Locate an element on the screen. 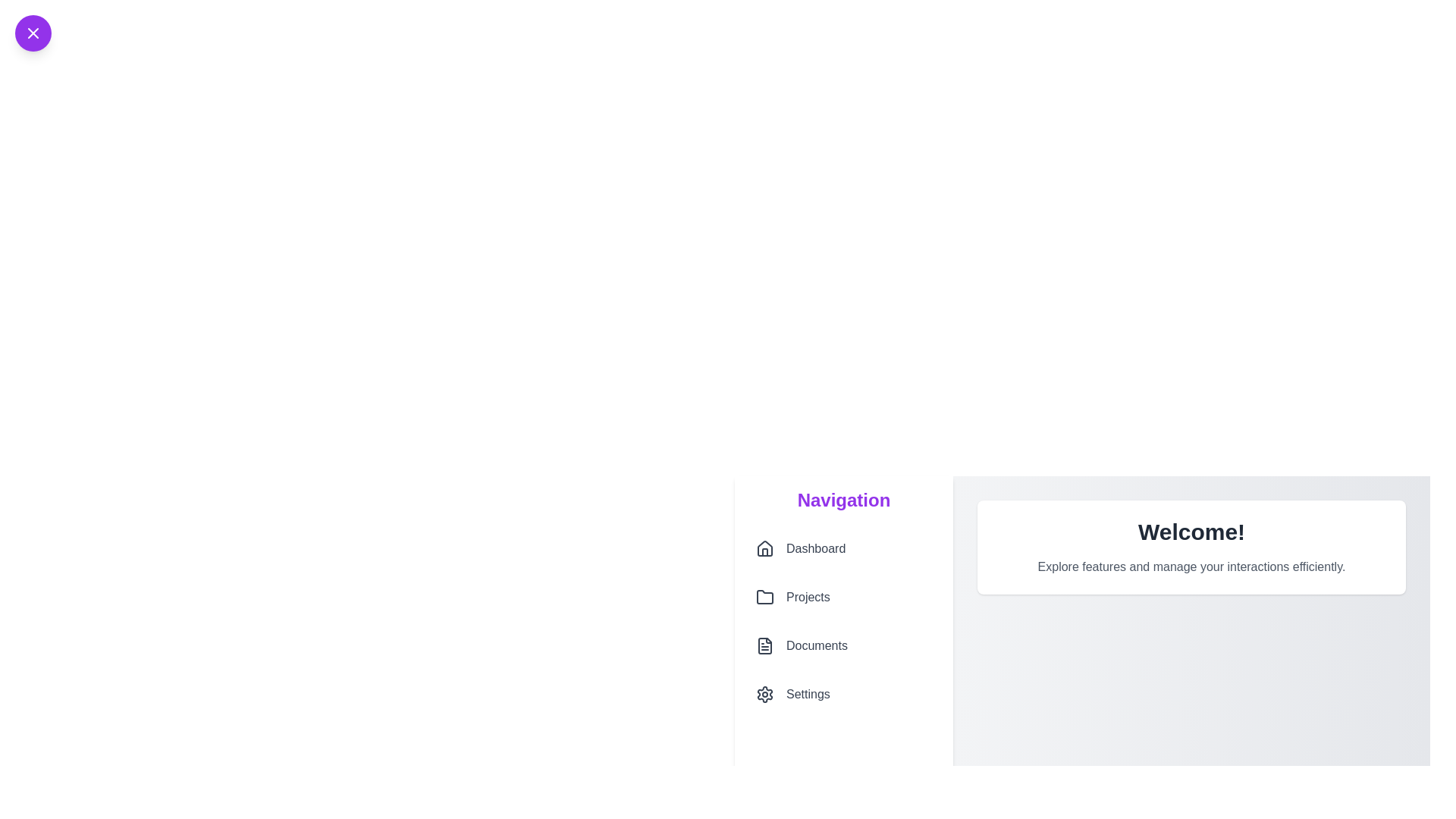 The image size is (1456, 819). the navigation menu item Projects is located at coordinates (843, 596).